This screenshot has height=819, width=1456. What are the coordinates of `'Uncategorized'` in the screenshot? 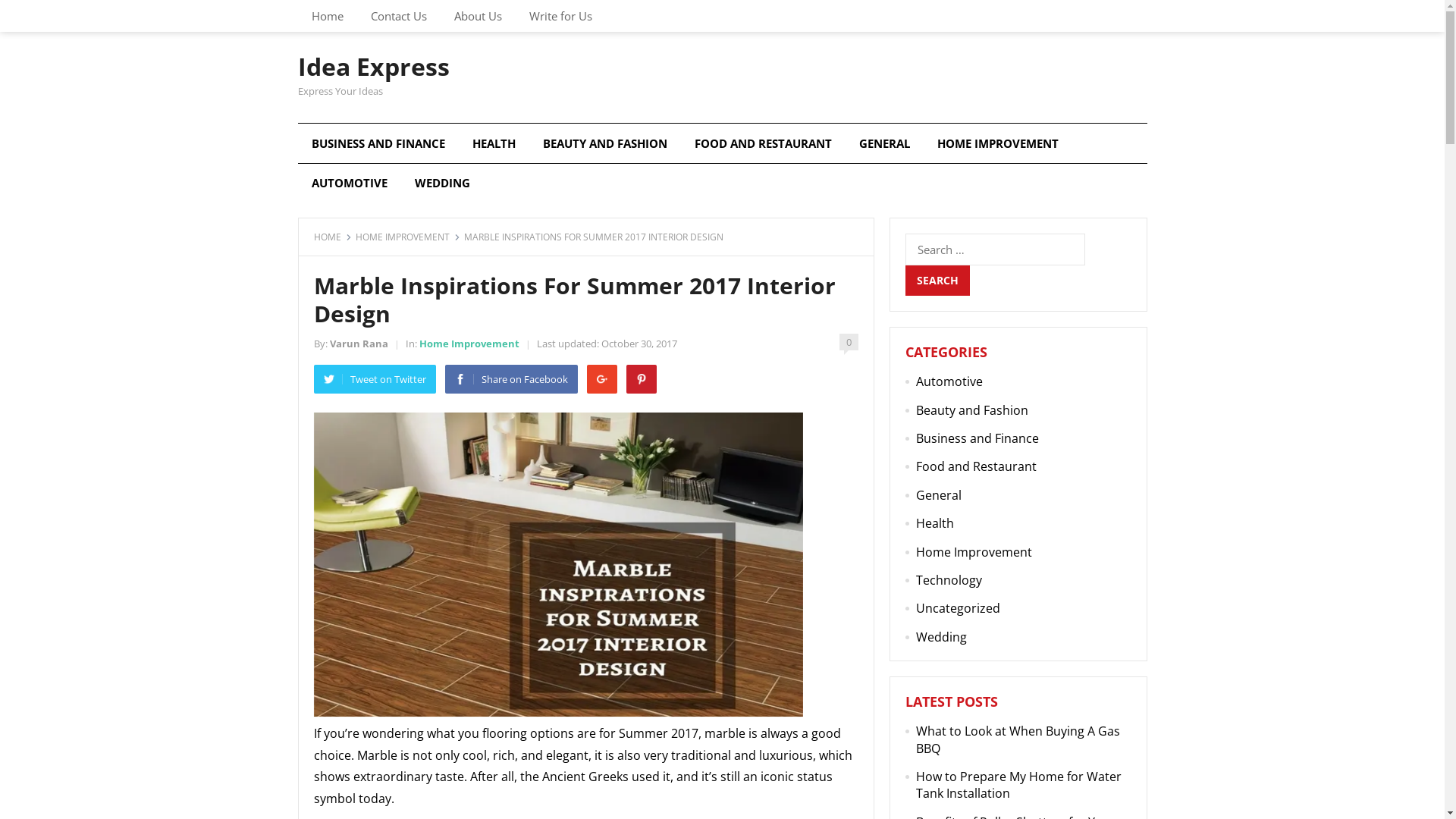 It's located at (957, 607).